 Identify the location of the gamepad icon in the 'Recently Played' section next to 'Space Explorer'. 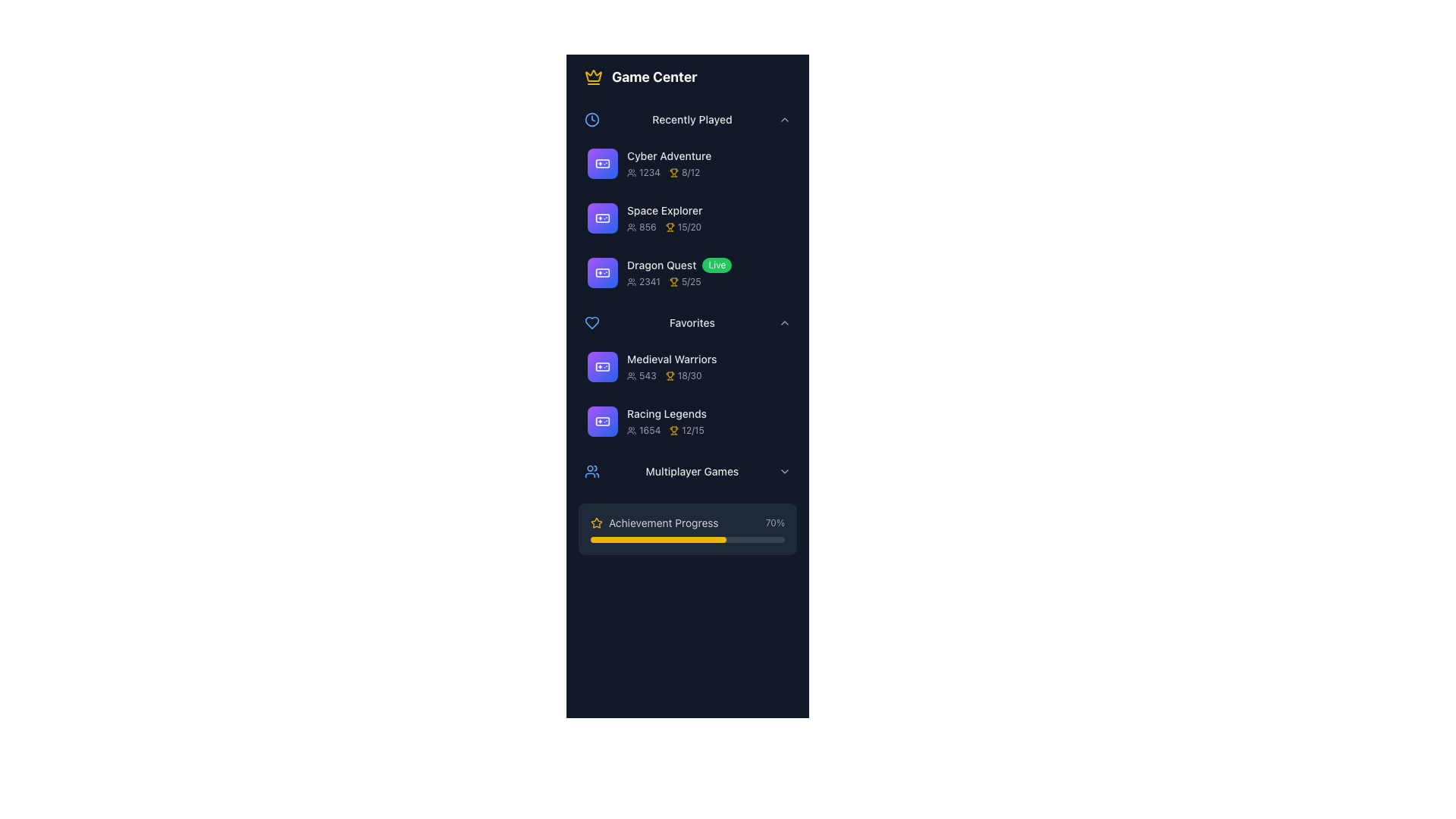
(602, 218).